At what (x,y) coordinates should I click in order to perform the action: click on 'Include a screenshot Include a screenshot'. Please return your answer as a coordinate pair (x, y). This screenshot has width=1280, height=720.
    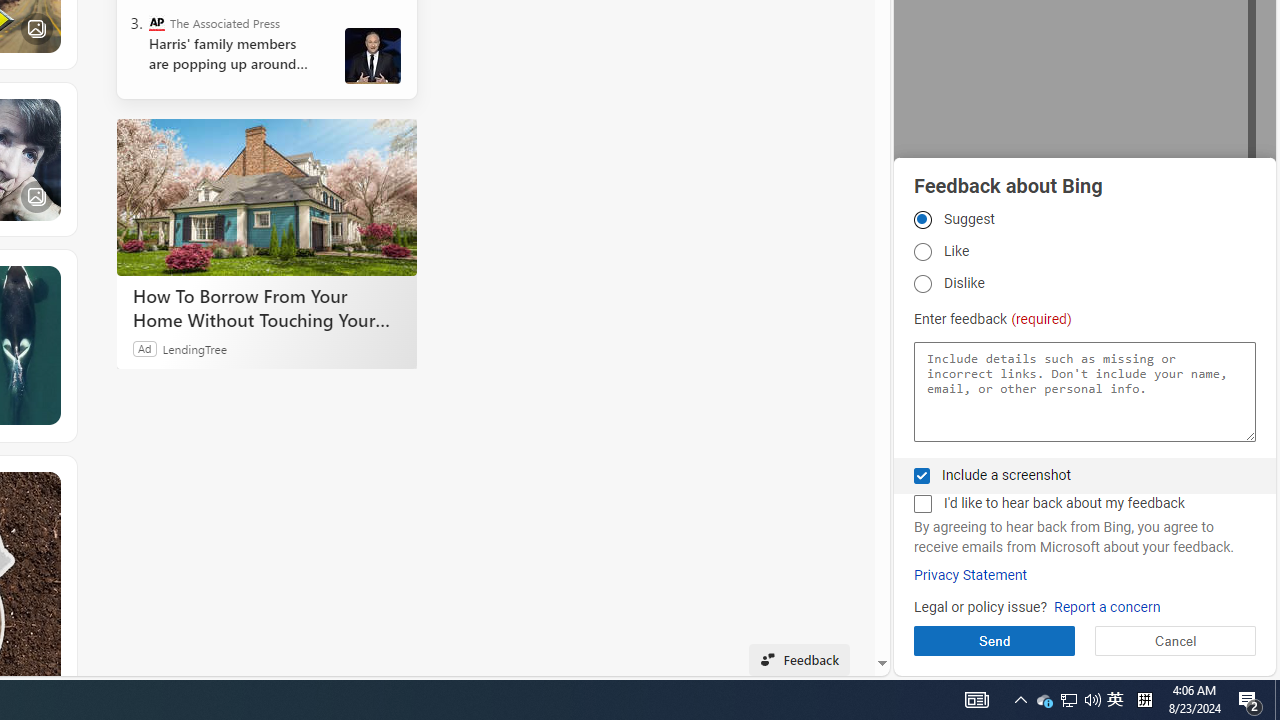
    Looking at the image, I should click on (921, 475).